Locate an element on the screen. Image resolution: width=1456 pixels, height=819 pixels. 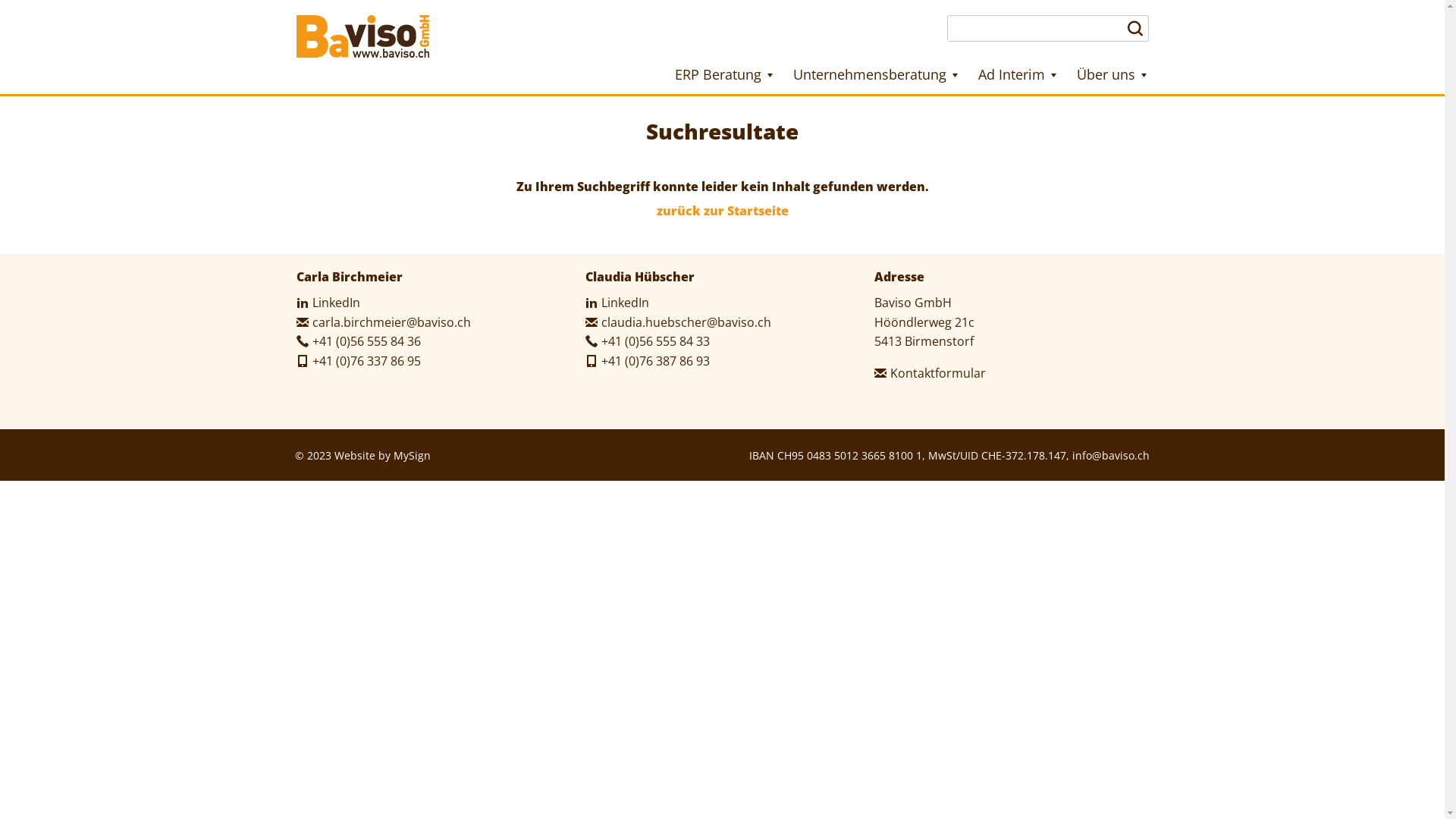
'Website by MySign' is located at coordinates (382, 454).